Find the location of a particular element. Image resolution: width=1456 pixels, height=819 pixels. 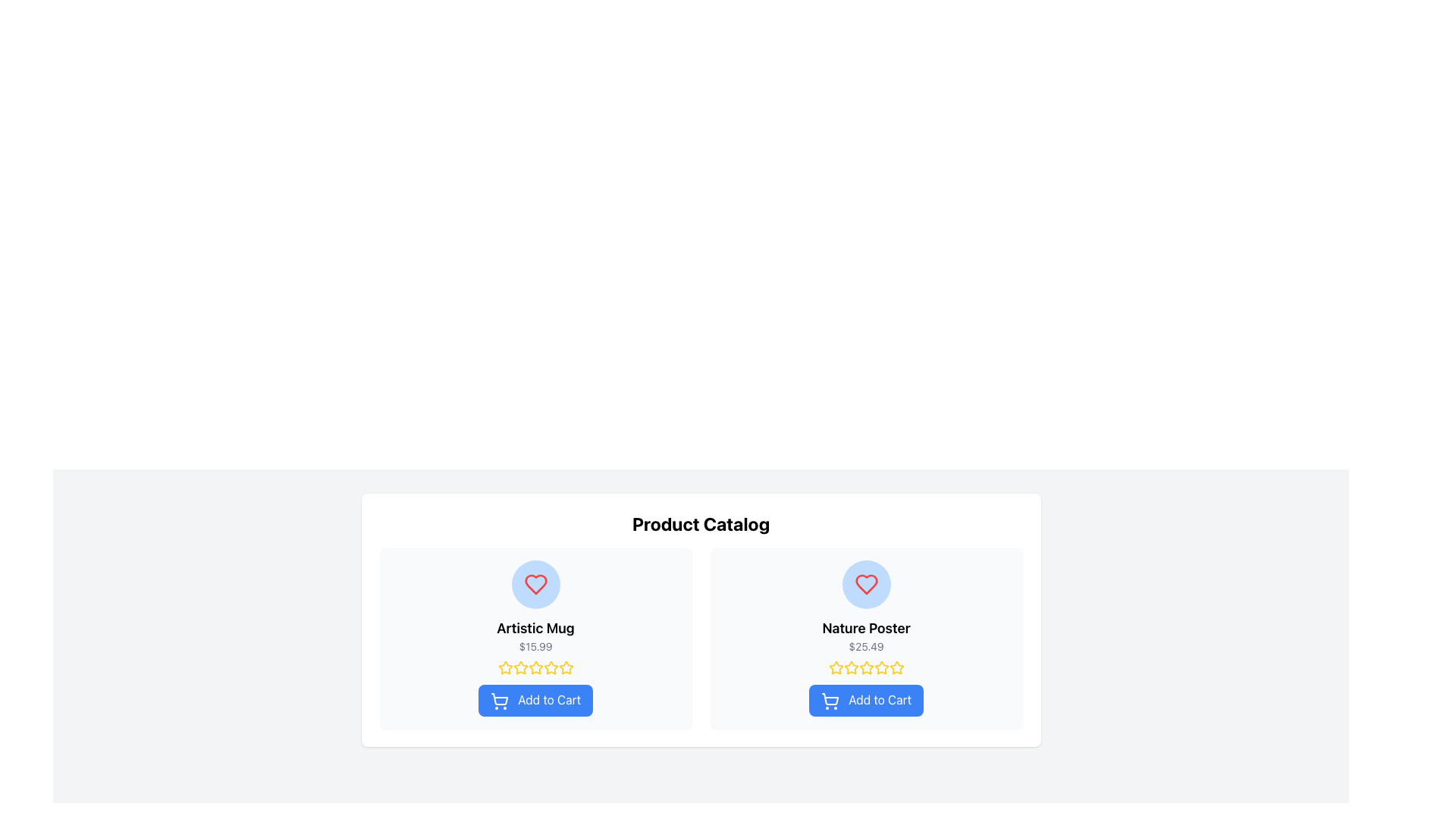

the last star icon in the rating system under the 'Nature Poster' product in the product catalog section is located at coordinates (896, 667).